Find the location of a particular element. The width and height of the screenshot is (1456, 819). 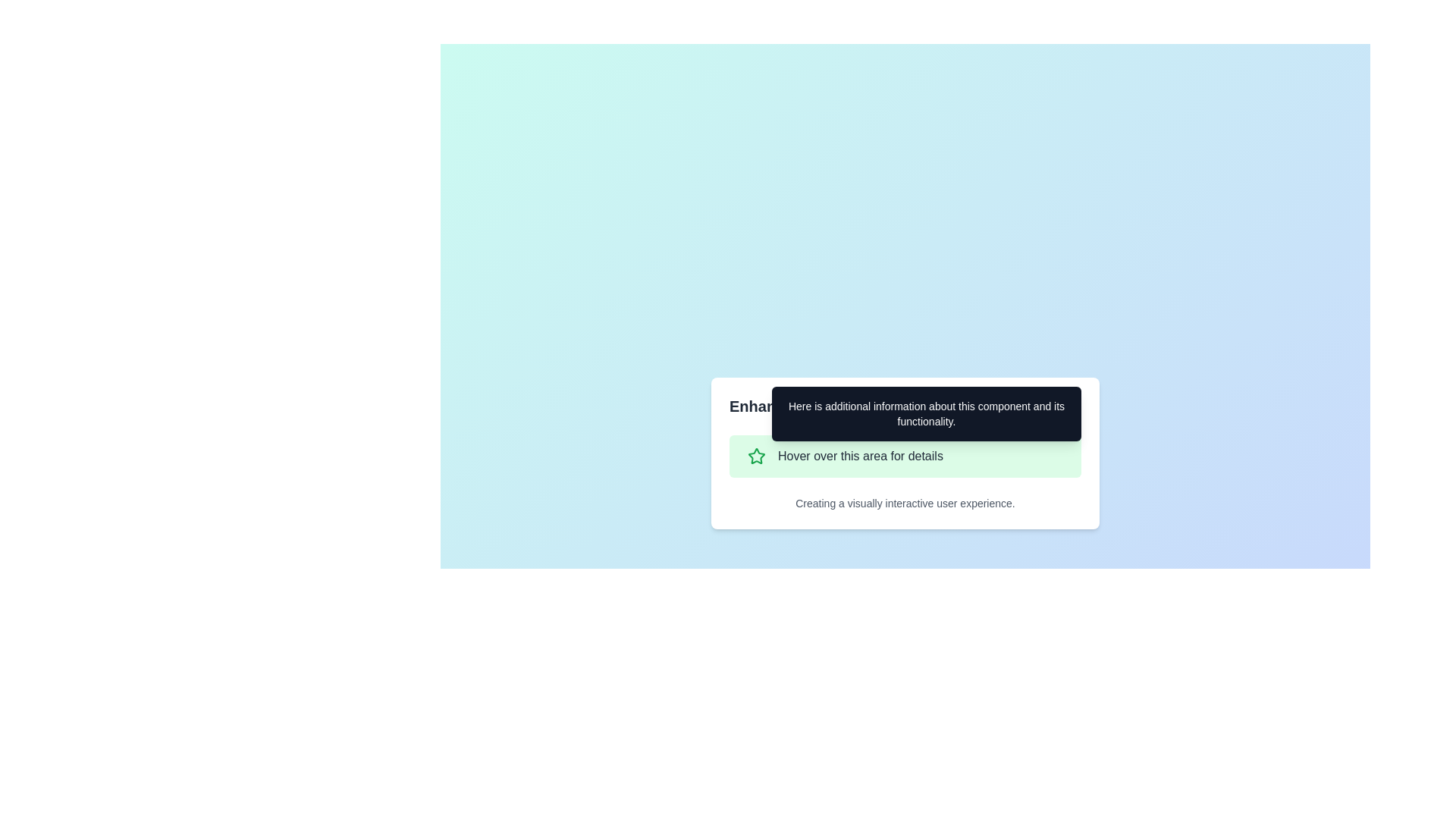

the gear-shaped icon located to the far right of the 'Enhanced Tooltip Widget' text, which is styled in a minimalist outline format with a gray color is located at coordinates (1072, 406).